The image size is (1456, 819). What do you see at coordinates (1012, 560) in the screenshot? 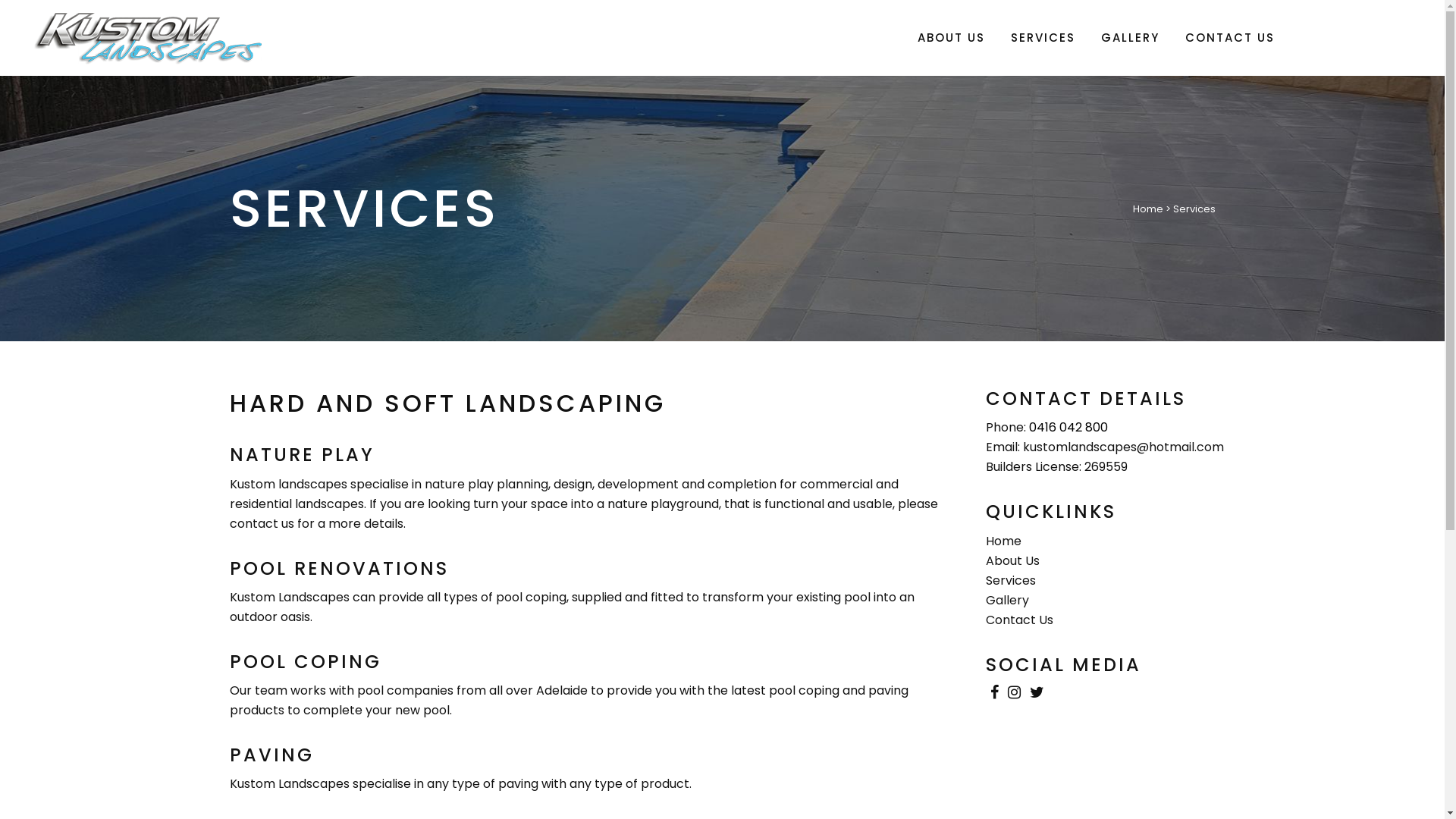
I see `'About Us'` at bounding box center [1012, 560].